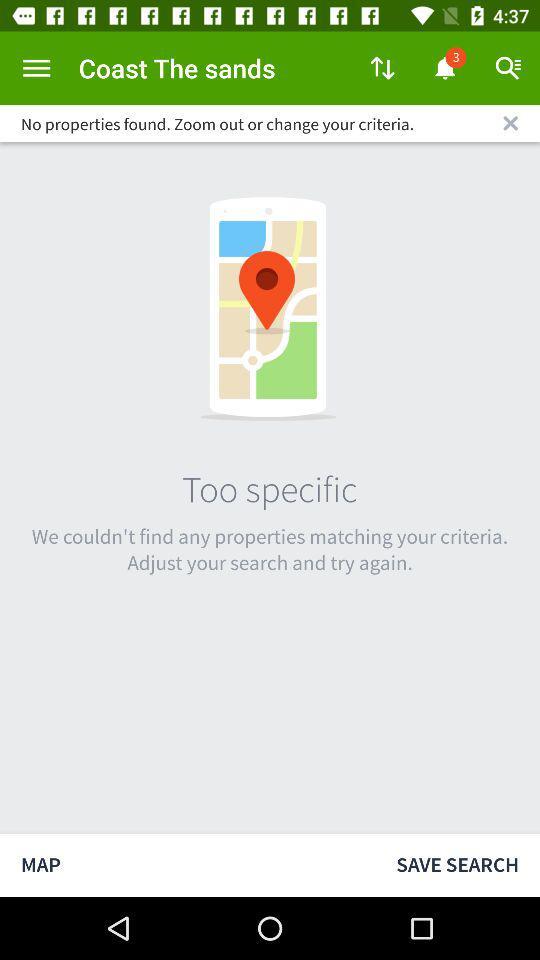  What do you see at coordinates (510, 122) in the screenshot?
I see `exit the search` at bounding box center [510, 122].